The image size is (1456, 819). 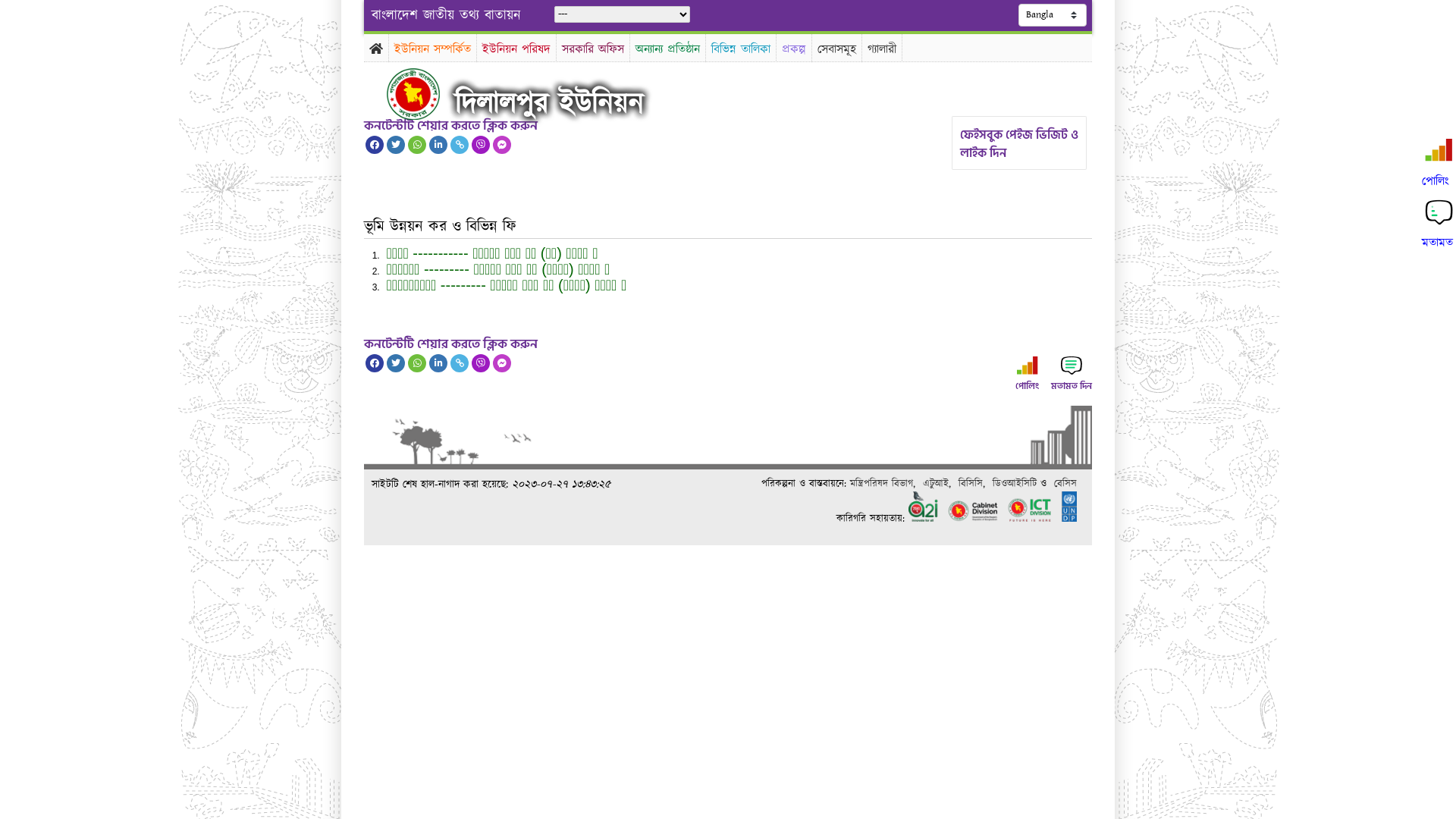 I want to click on ', so click(x=386, y=93).